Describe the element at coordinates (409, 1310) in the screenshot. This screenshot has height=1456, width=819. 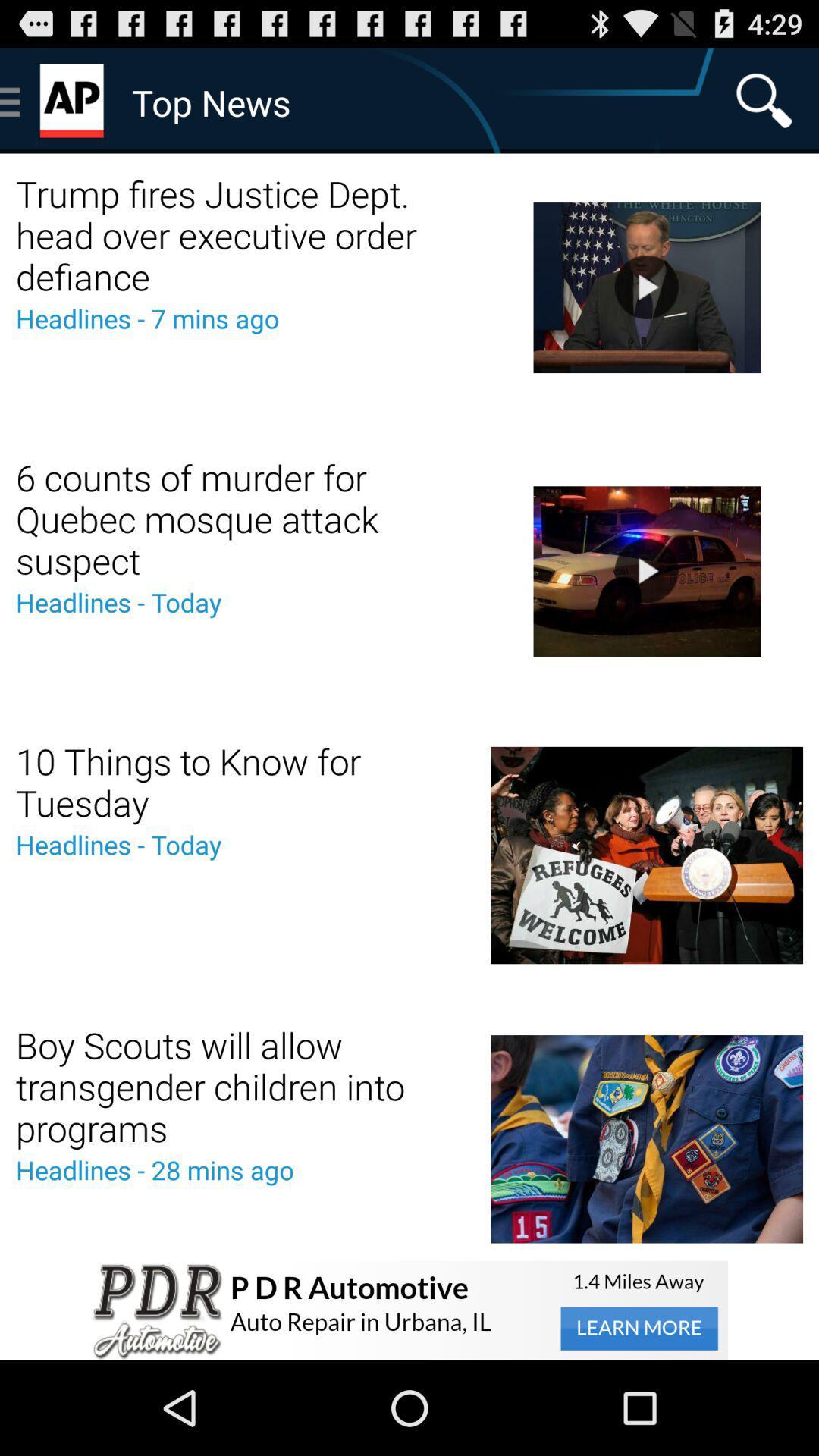
I see `open link to advertisement` at that location.